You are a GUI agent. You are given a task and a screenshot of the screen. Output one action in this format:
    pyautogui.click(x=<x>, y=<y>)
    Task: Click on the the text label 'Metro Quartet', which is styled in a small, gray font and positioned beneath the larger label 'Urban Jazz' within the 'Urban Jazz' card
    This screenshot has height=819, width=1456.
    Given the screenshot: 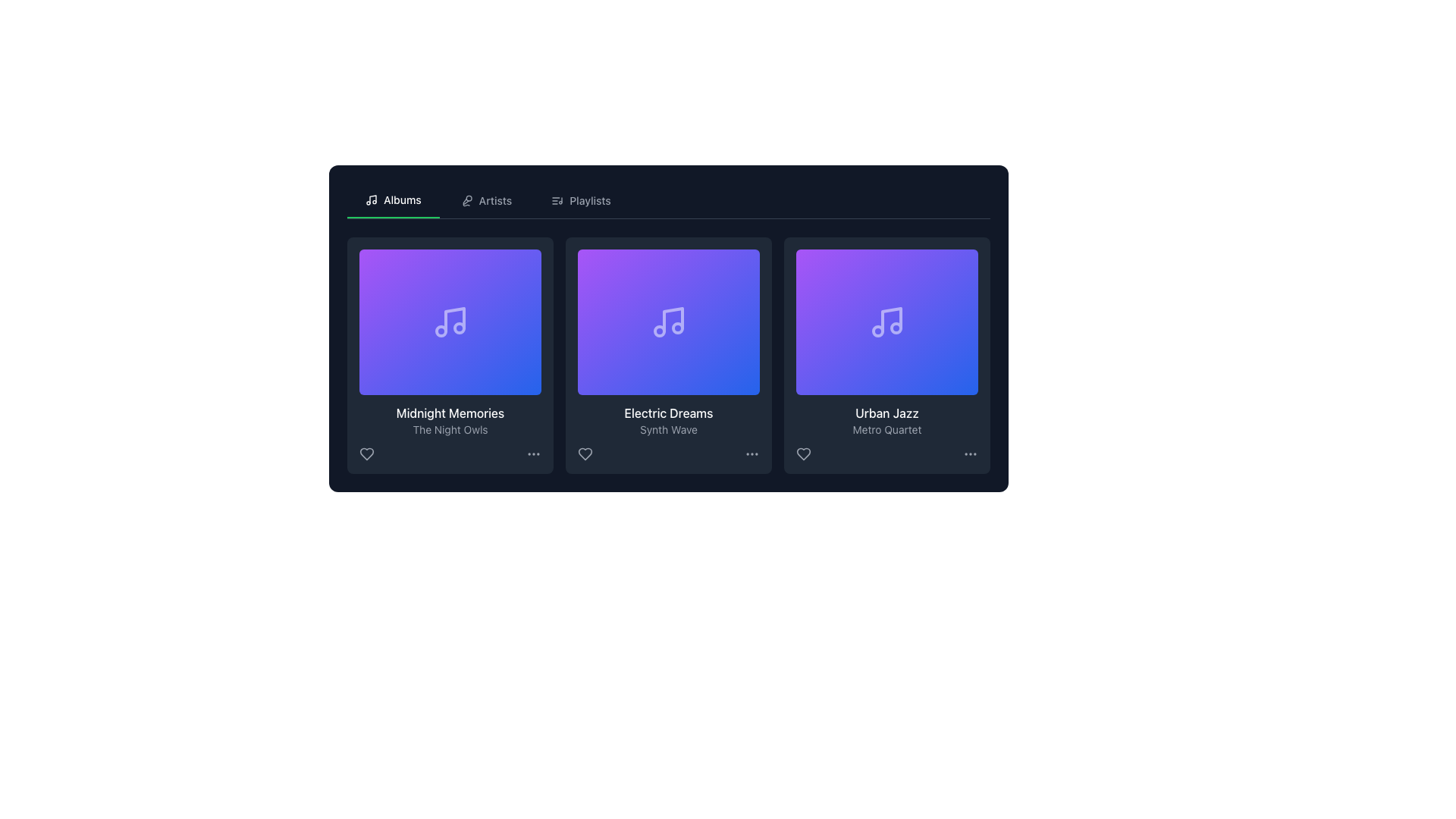 What is the action you would take?
    pyautogui.click(x=887, y=430)
    